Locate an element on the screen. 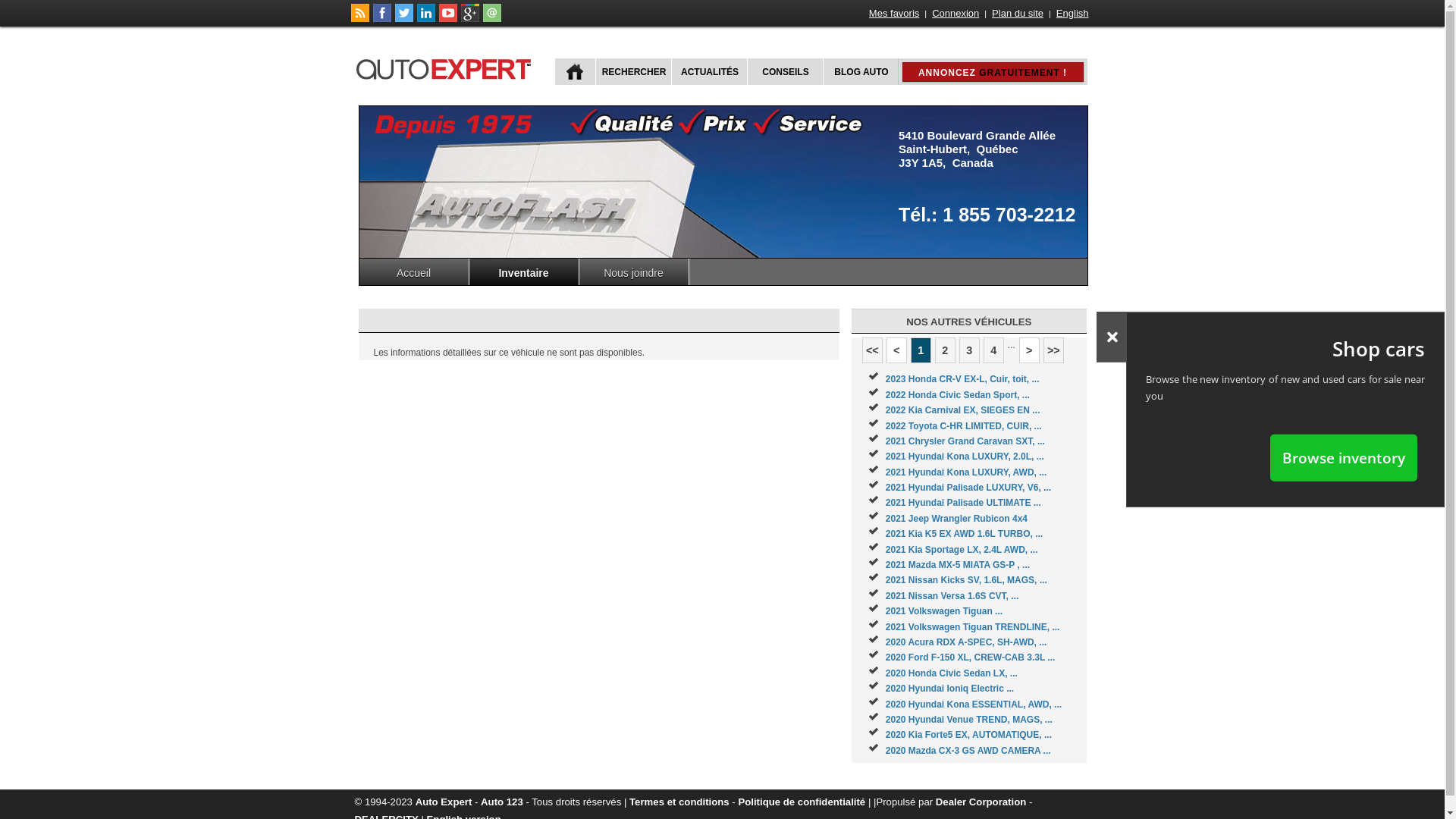  '2021 Volkswagen Tiguan ...' is located at coordinates (943, 610).